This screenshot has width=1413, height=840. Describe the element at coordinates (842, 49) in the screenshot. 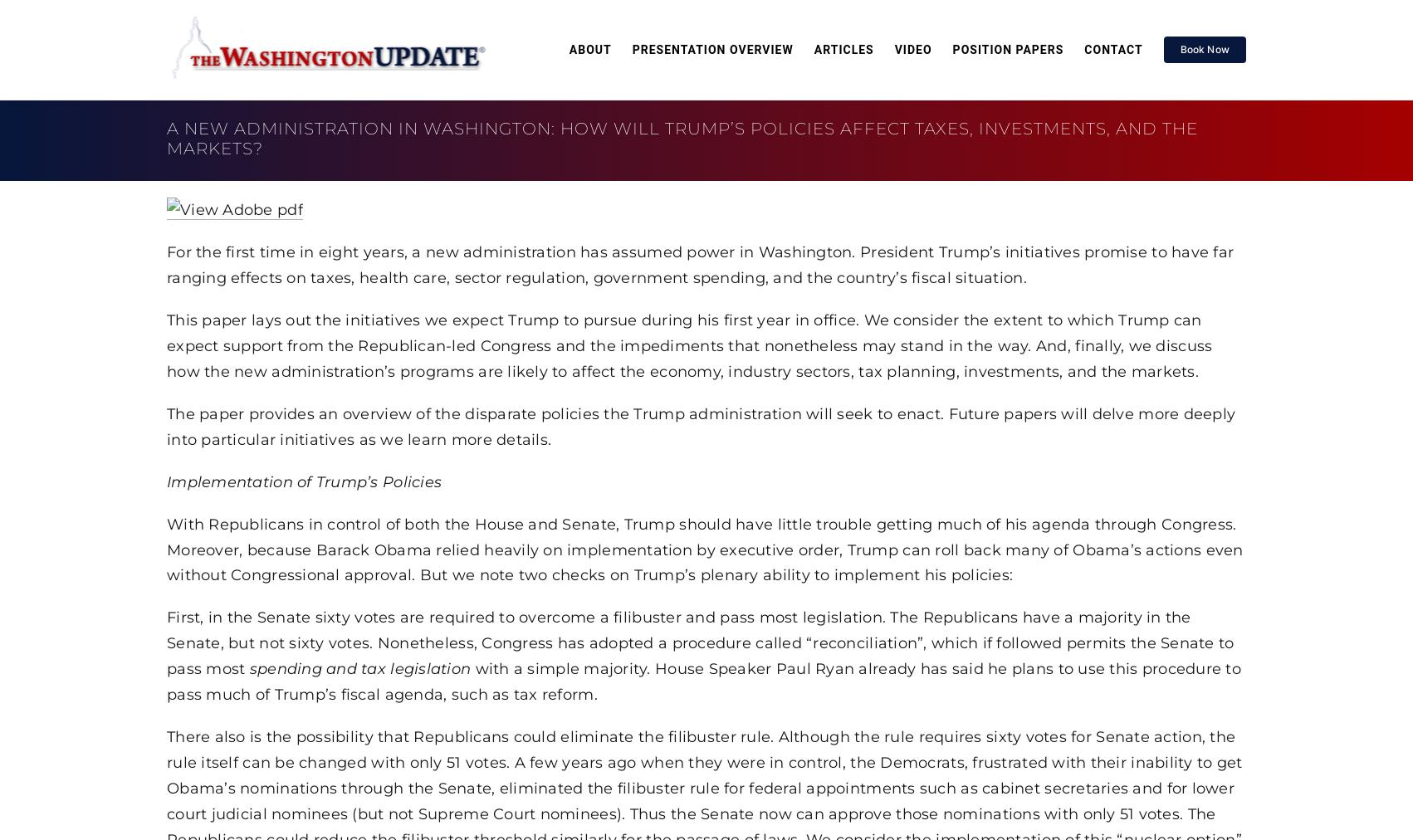

I see `'Articles'` at that location.